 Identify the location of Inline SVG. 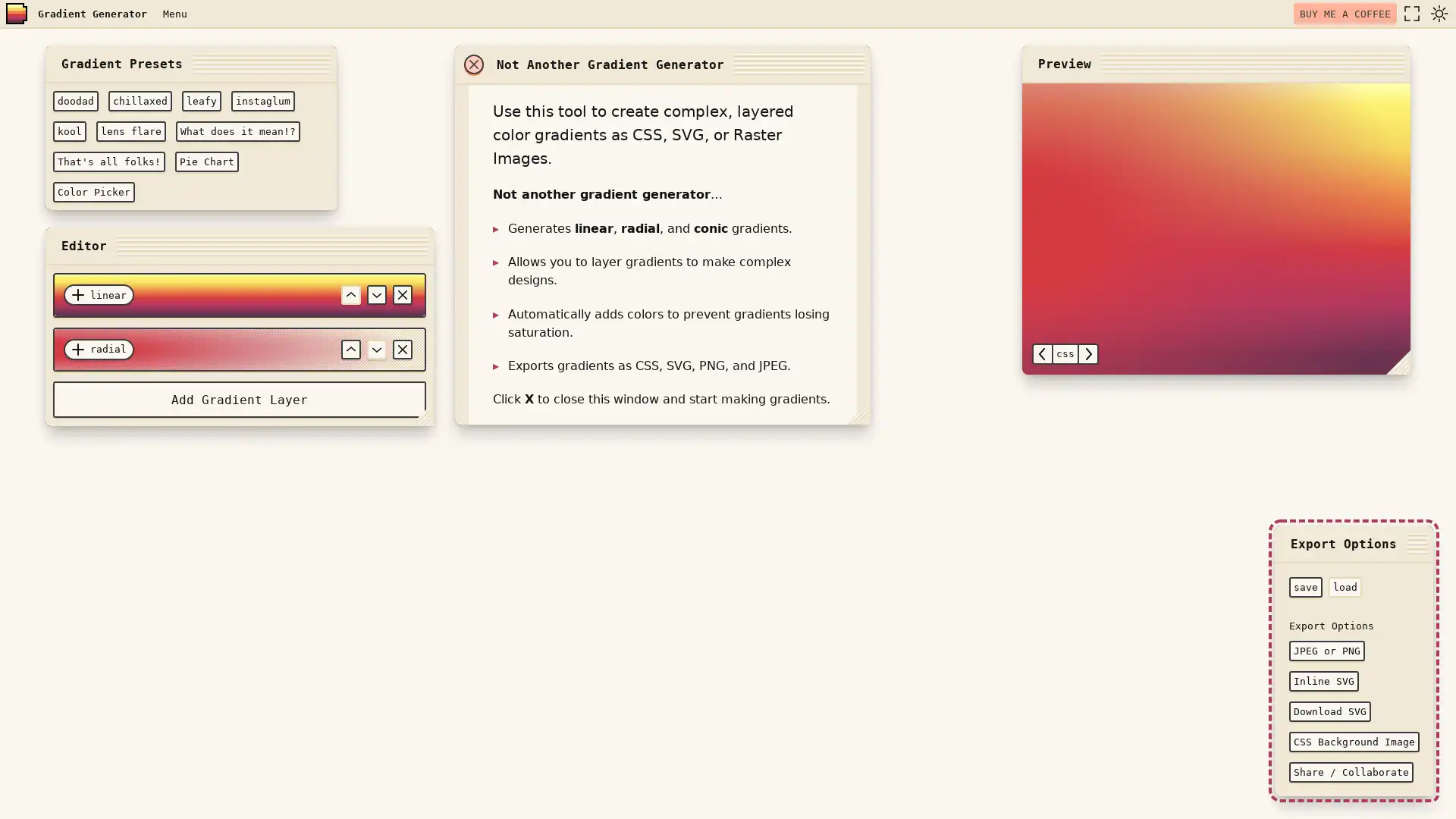
(1323, 680).